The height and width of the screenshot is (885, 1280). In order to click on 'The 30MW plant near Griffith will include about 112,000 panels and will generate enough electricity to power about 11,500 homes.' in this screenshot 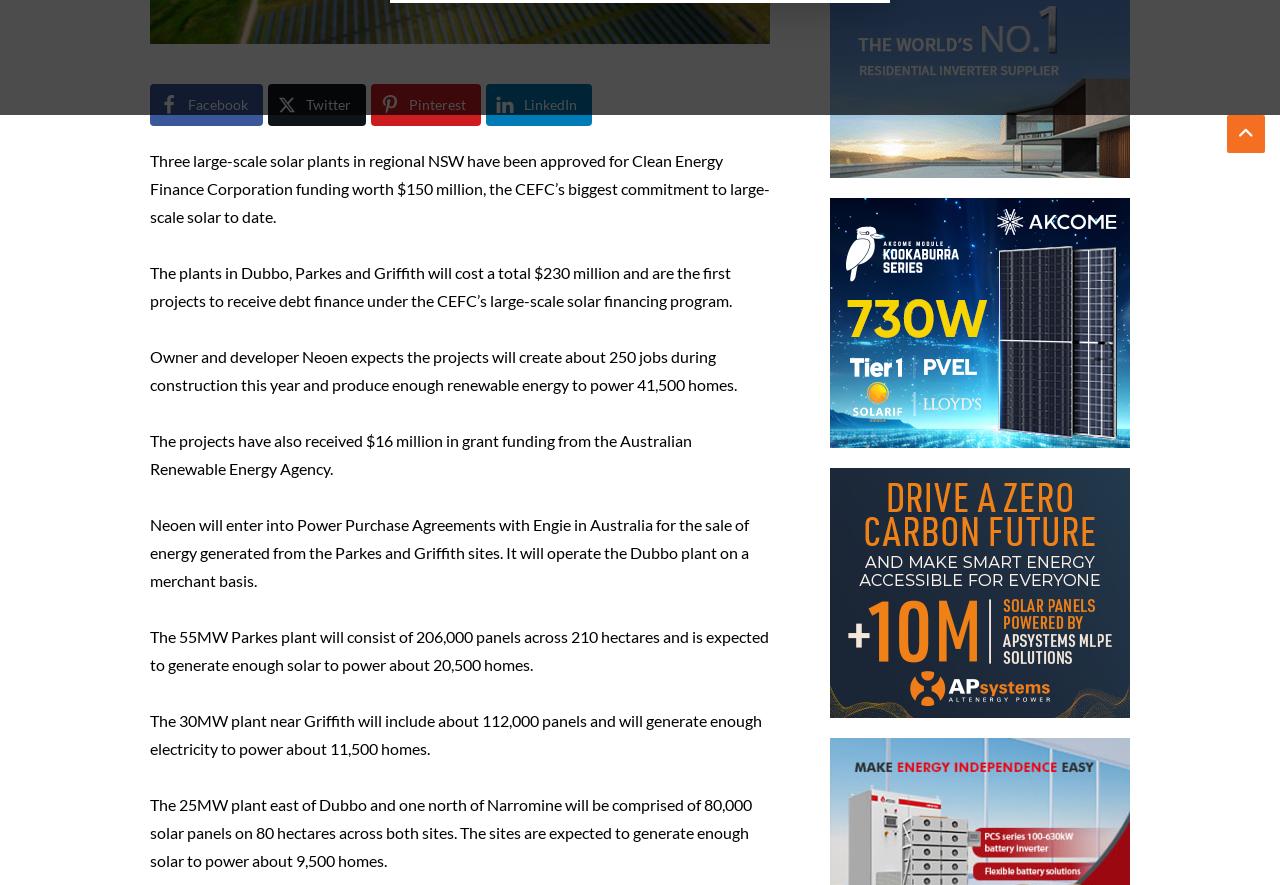, I will do `click(149, 734)`.